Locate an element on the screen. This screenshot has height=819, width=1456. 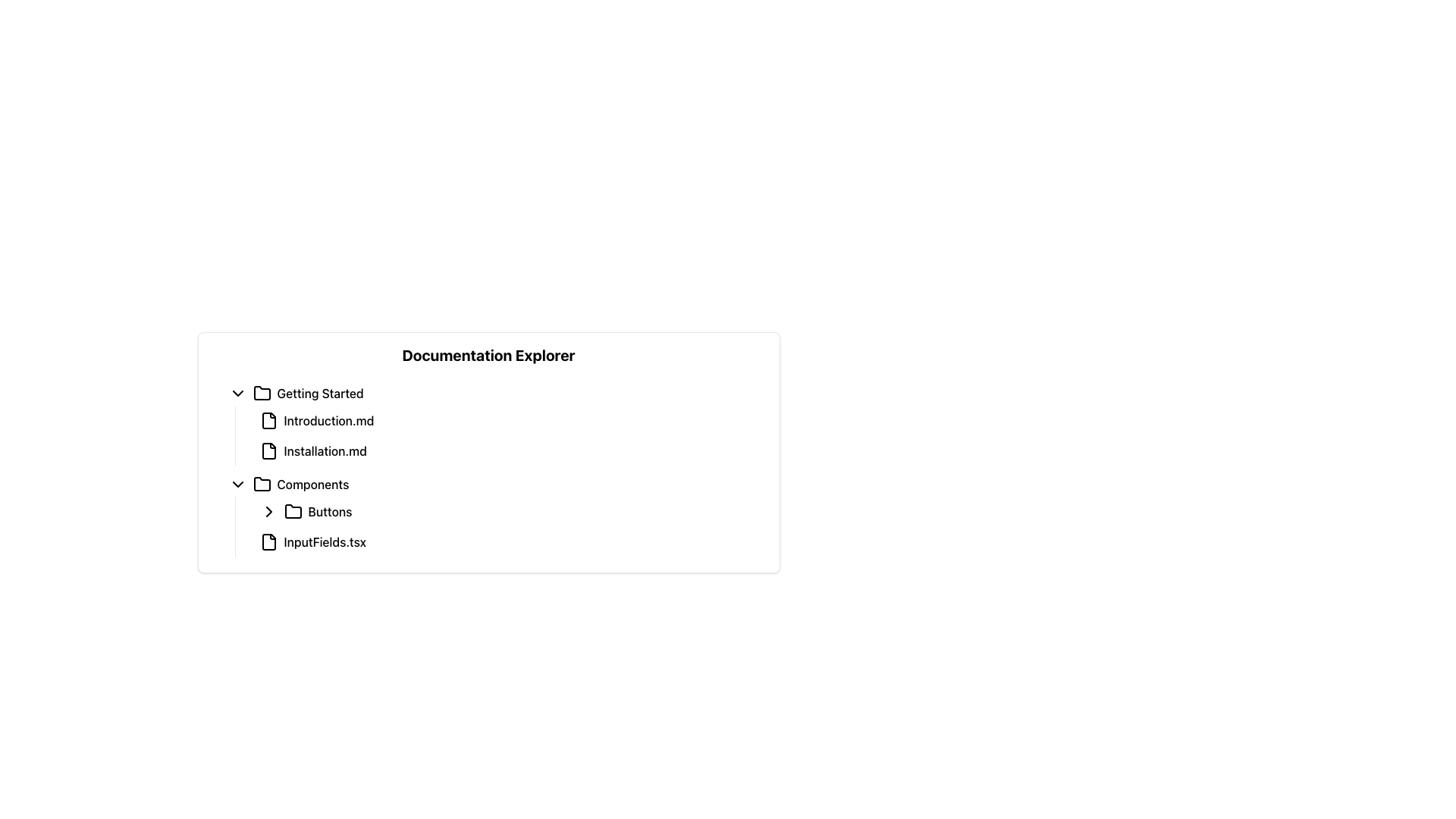
the right-pointing chevron icon in the 'Buttons' folder within the 'Components' section is located at coordinates (268, 512).